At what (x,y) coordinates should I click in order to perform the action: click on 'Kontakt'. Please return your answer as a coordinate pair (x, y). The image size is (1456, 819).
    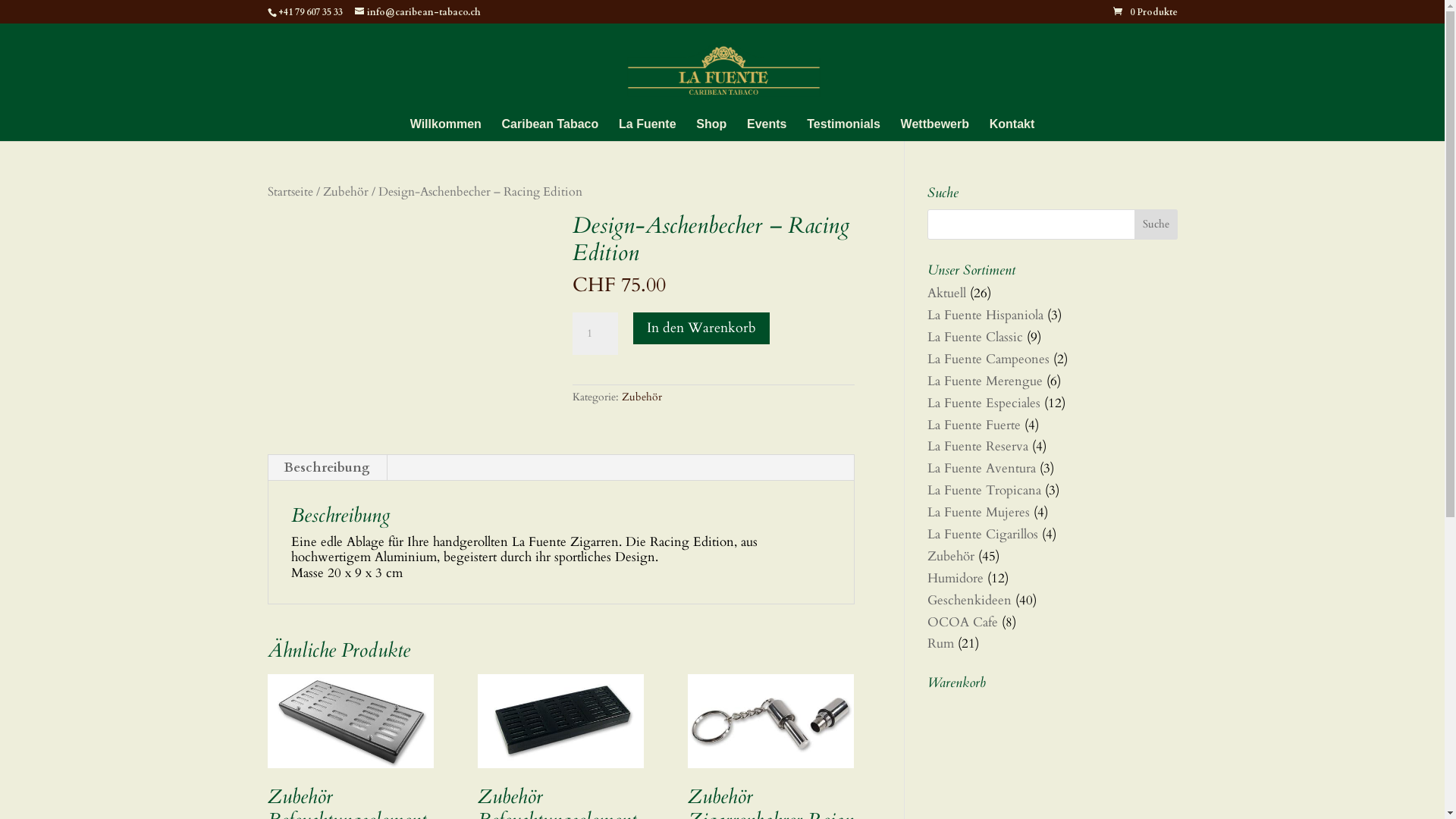
    Looking at the image, I should click on (1012, 129).